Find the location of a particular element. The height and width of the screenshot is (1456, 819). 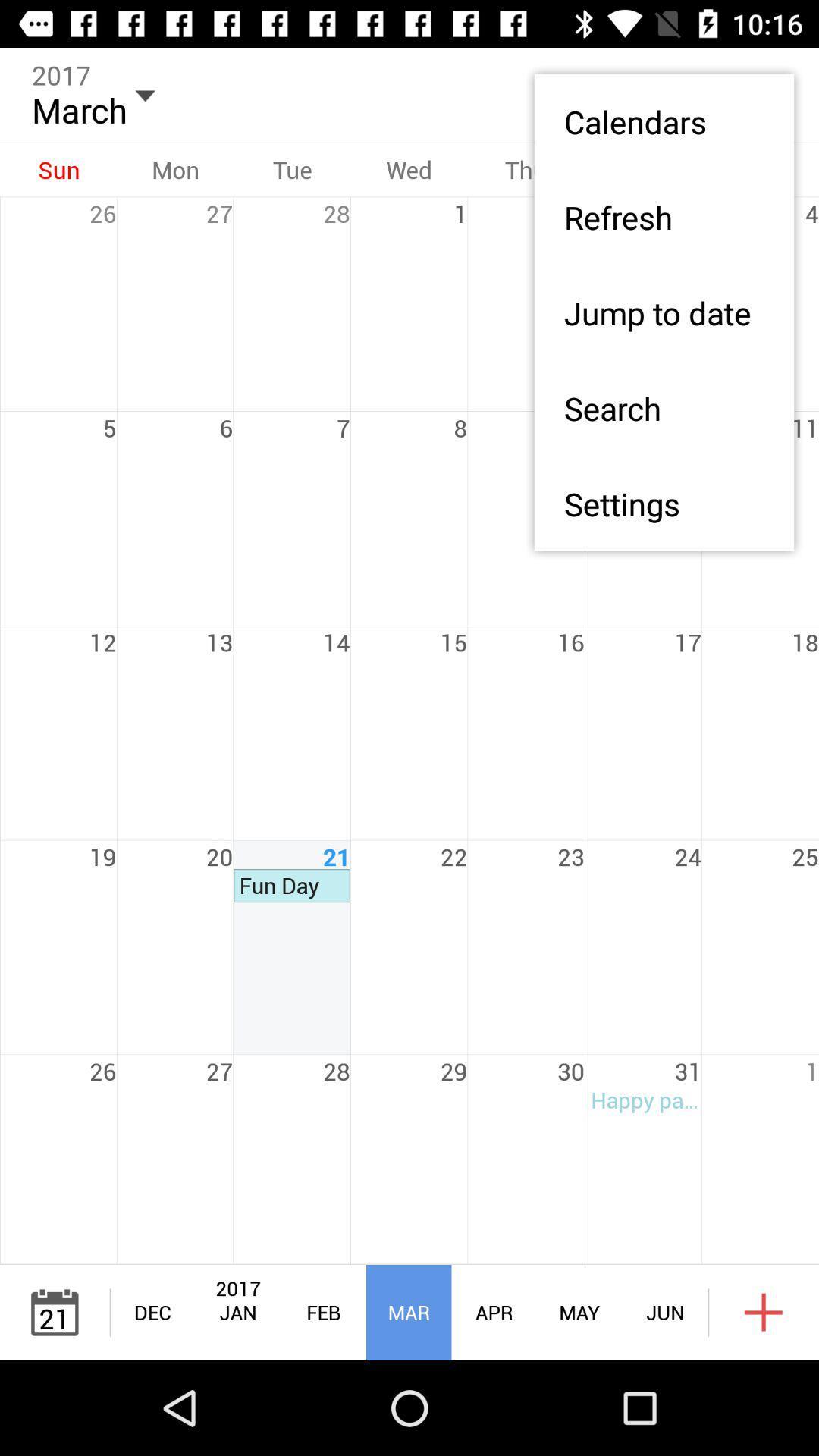

the calendars icon is located at coordinates (663, 121).